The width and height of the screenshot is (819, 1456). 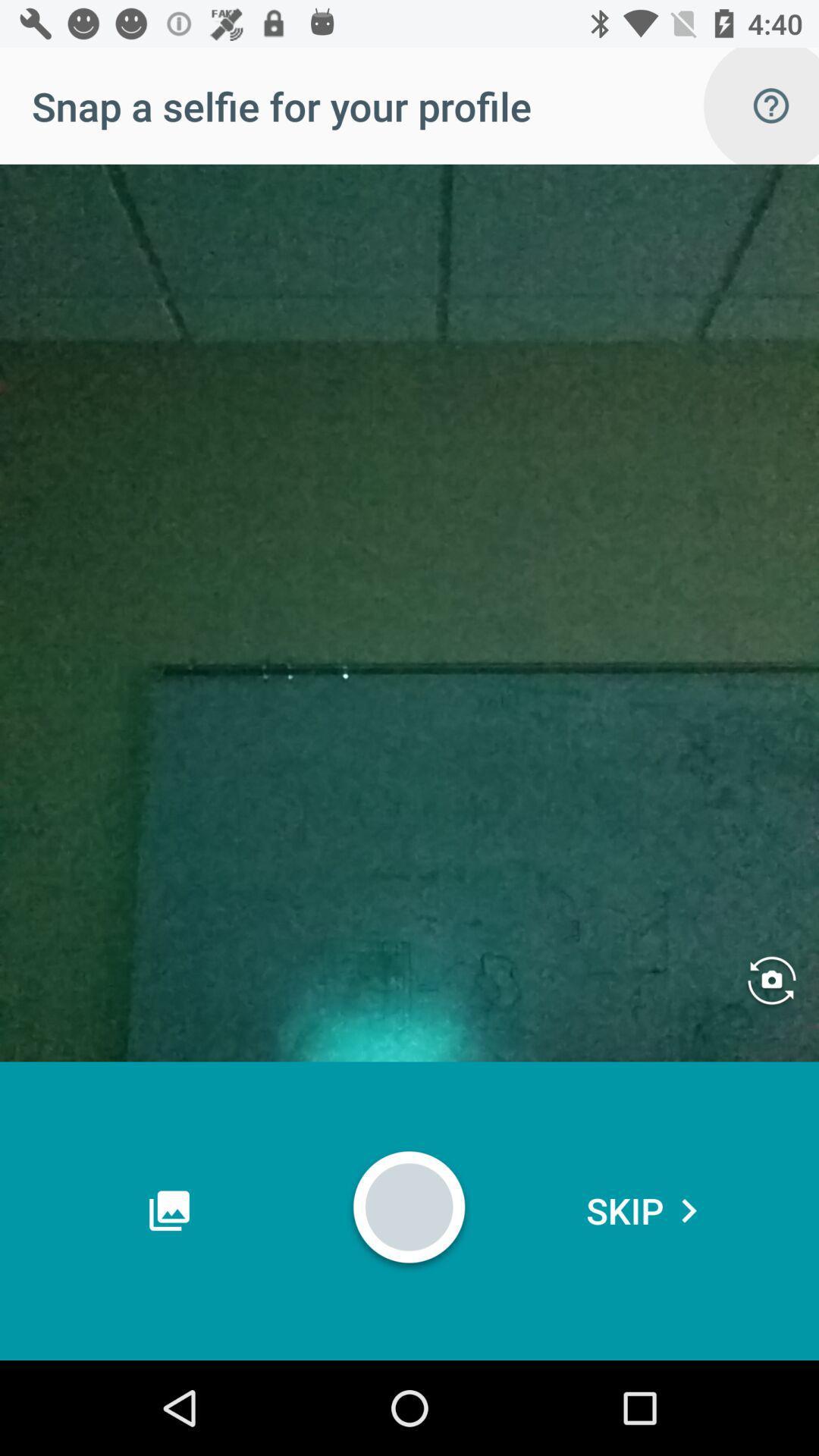 What do you see at coordinates (771, 105) in the screenshot?
I see `the help icon` at bounding box center [771, 105].